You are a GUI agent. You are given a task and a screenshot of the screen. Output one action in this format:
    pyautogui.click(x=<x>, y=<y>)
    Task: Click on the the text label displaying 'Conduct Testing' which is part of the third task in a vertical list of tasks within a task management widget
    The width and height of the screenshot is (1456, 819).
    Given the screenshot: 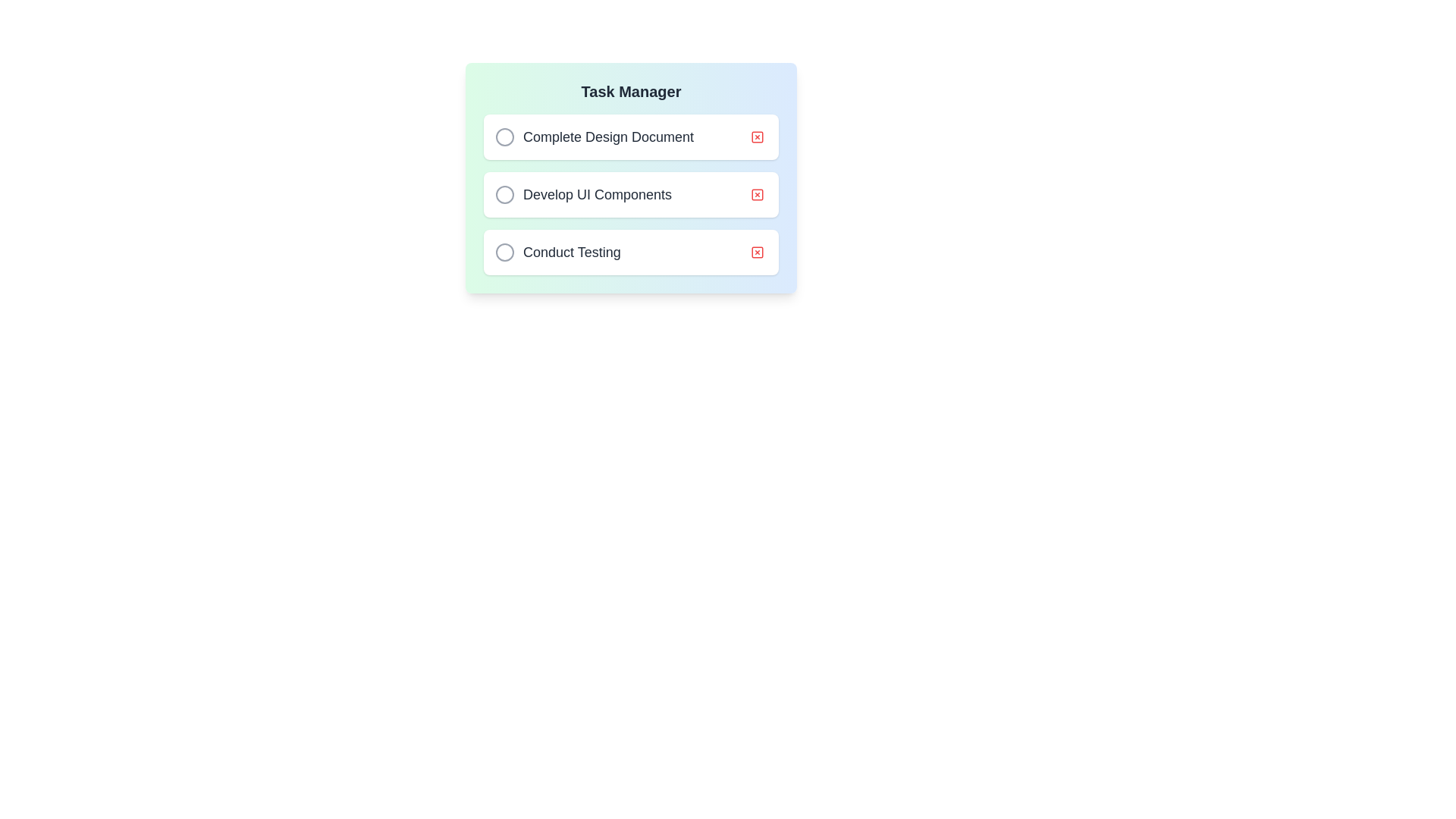 What is the action you would take?
    pyautogui.click(x=571, y=251)
    